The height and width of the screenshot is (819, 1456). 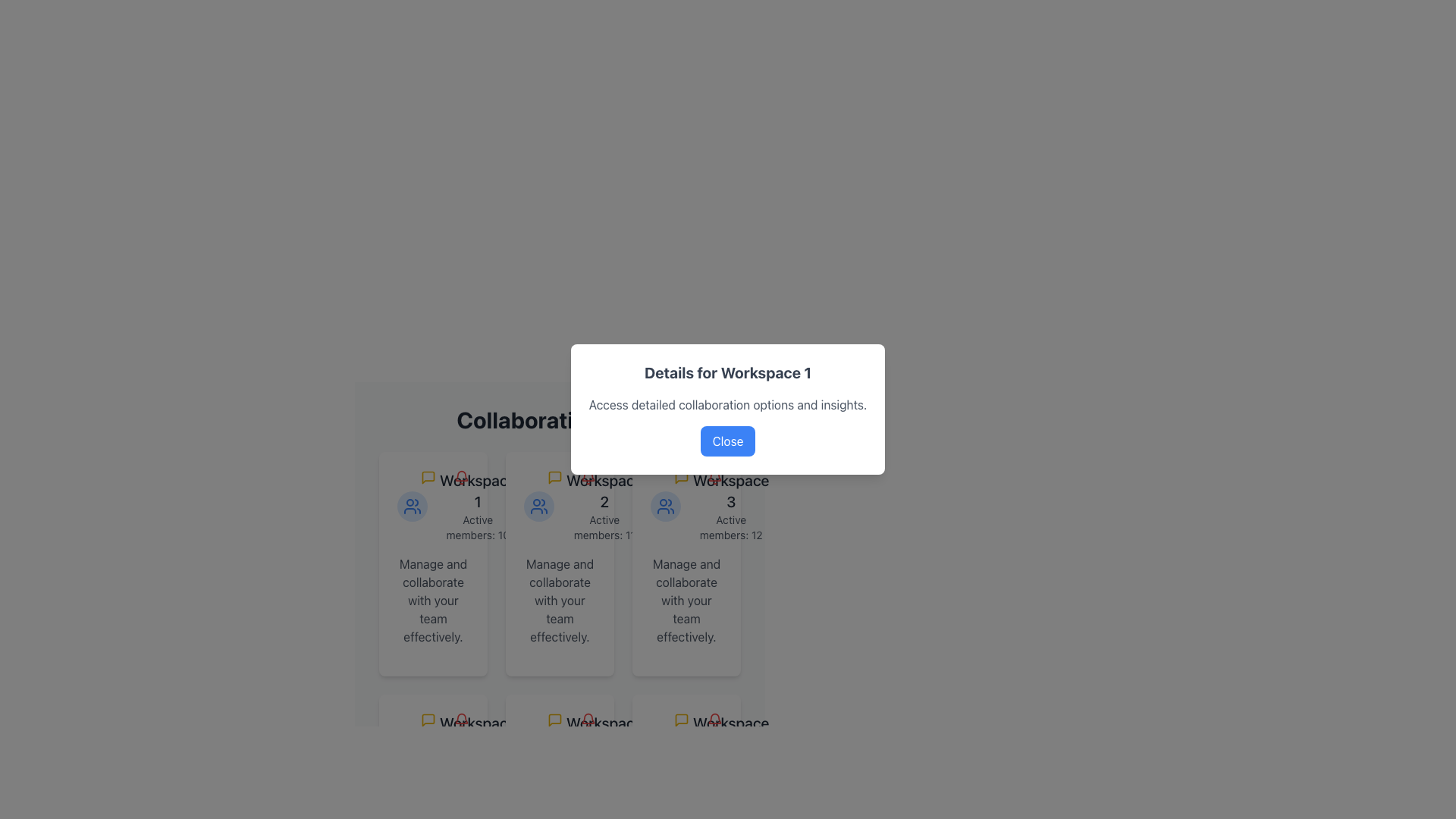 What do you see at coordinates (412, 506) in the screenshot?
I see `the Decorative Icon that visually represents 'members', located to the left of the title 'Workspace 1' and above the text 'Active members: 10'` at bounding box center [412, 506].